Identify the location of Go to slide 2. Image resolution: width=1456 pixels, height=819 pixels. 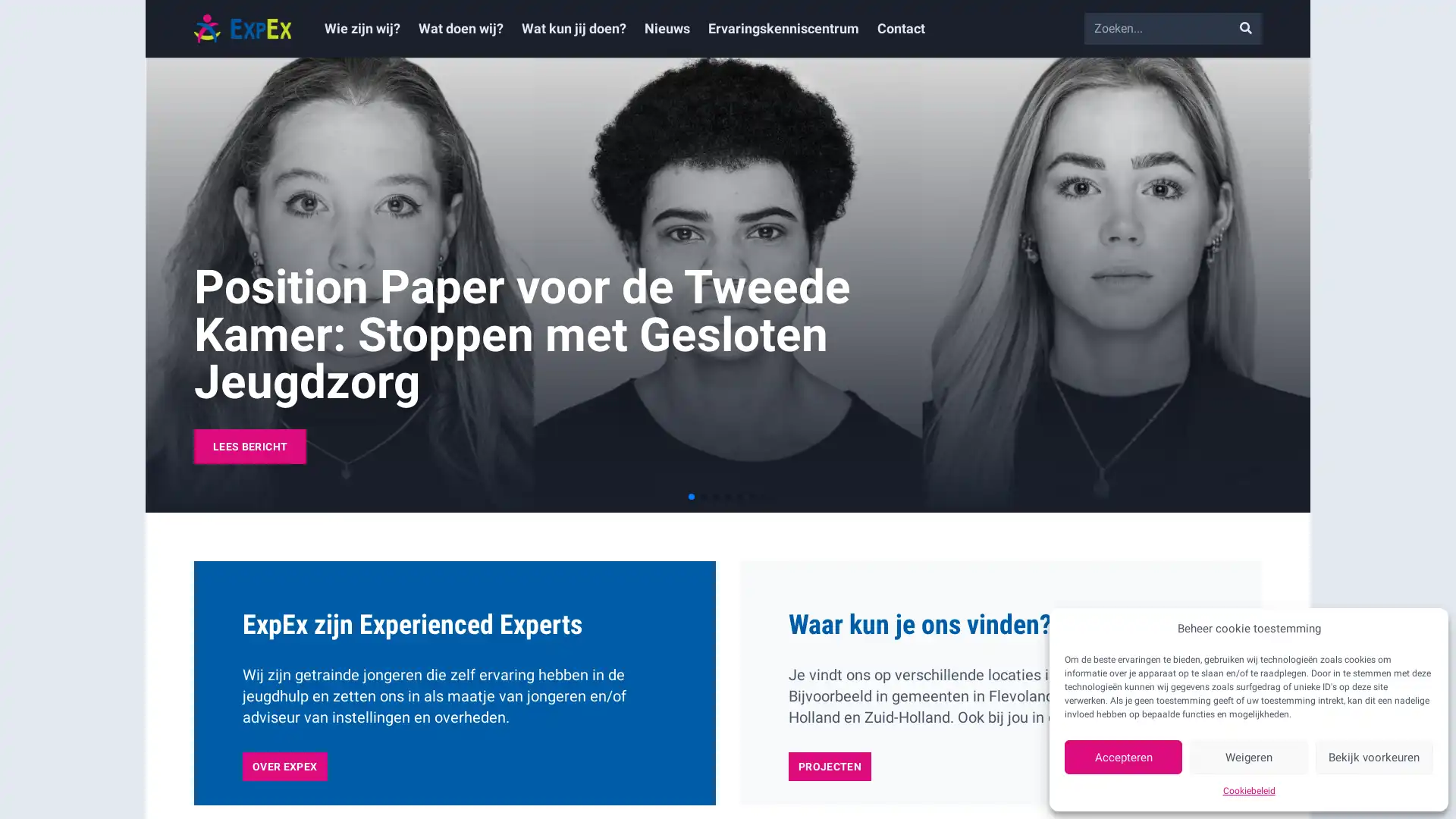
(702, 497).